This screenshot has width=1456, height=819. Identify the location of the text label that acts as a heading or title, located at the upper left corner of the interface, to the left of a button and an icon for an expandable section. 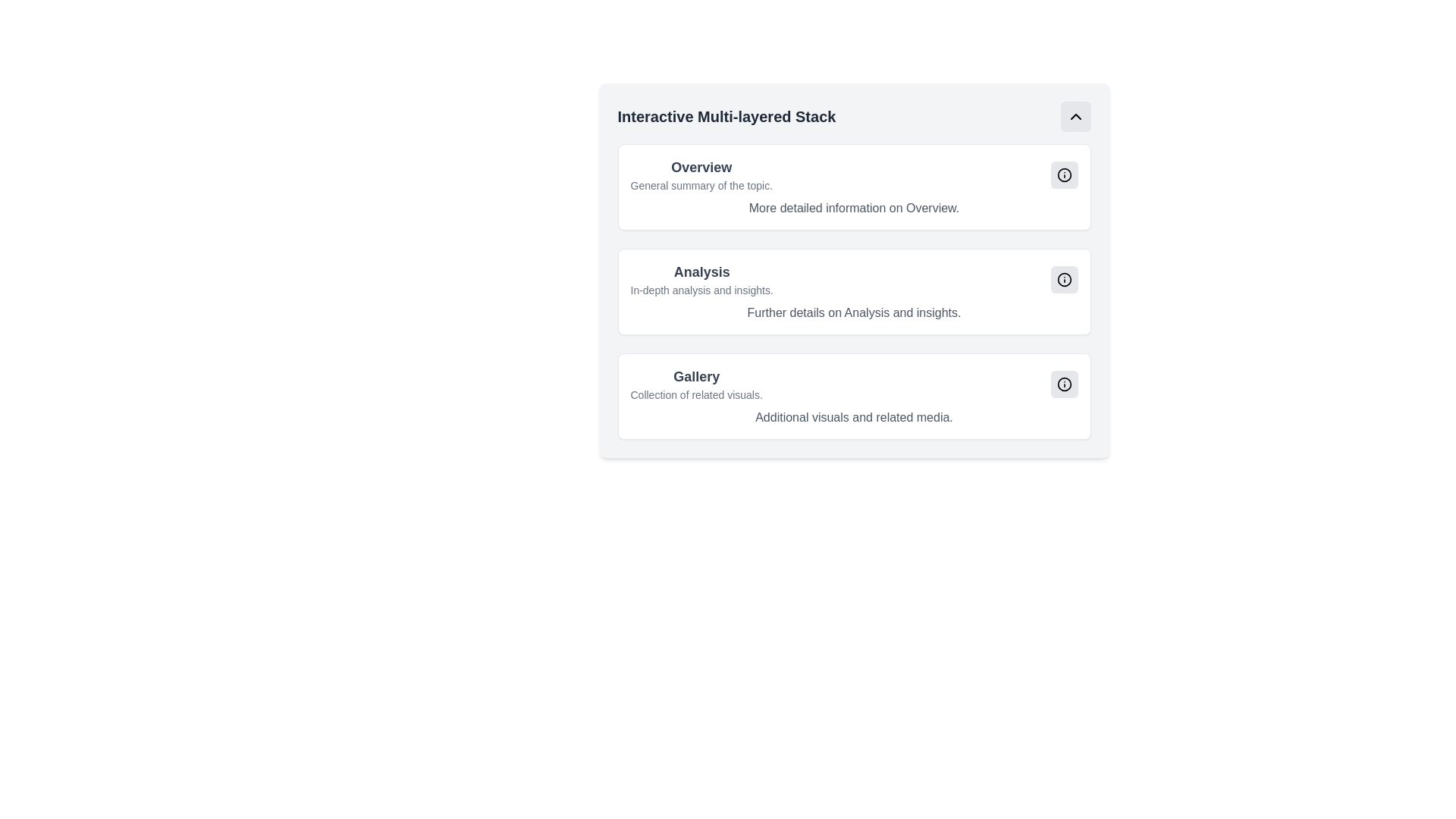
(726, 116).